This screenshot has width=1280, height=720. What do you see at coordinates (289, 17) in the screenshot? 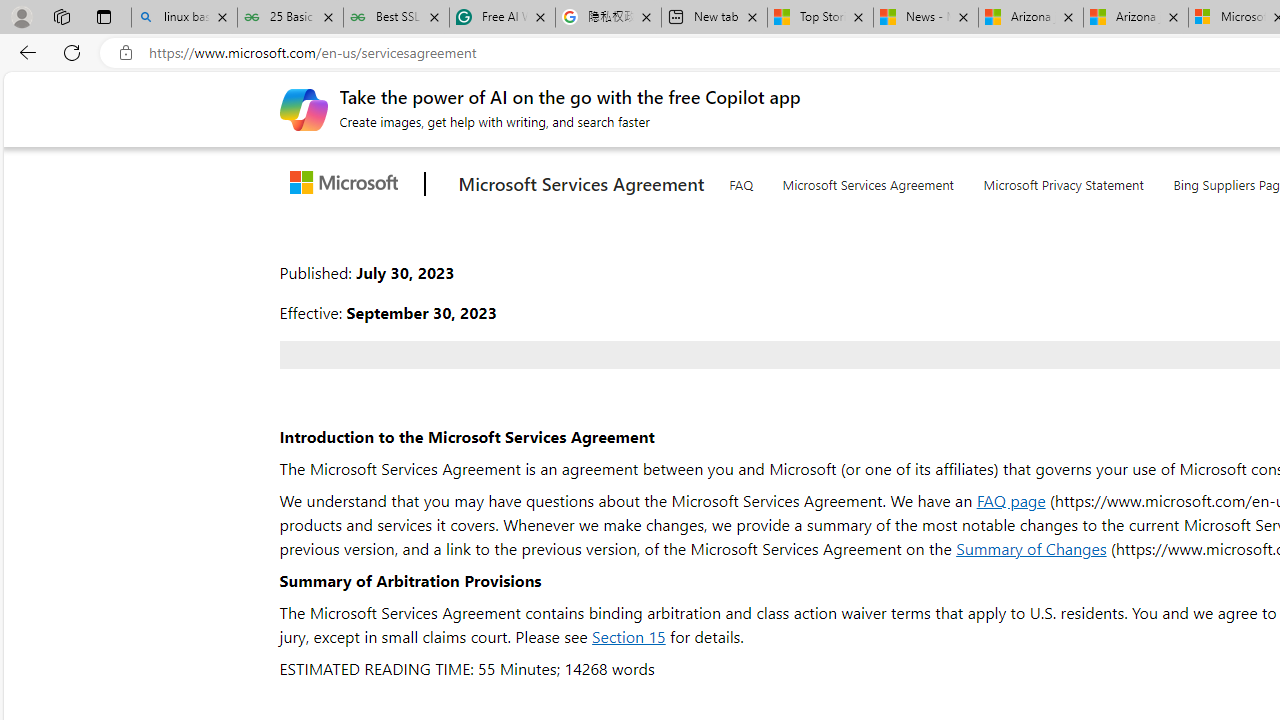
I see `'25 Basic Linux Commands For Beginners - GeeksforGeeks'` at bounding box center [289, 17].